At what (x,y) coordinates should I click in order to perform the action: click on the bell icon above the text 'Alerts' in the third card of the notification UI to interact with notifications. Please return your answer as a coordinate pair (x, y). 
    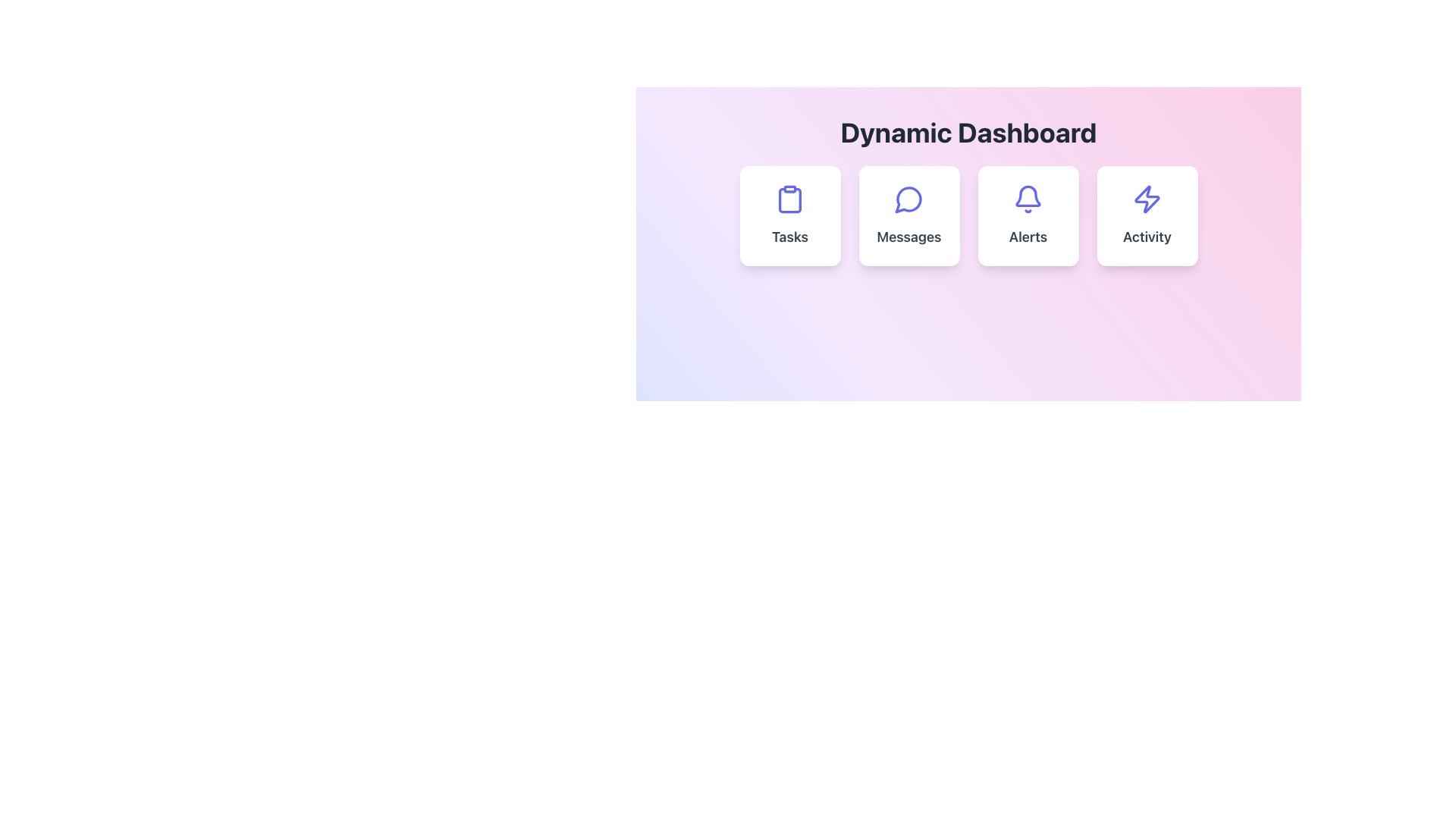
    Looking at the image, I should click on (1028, 195).